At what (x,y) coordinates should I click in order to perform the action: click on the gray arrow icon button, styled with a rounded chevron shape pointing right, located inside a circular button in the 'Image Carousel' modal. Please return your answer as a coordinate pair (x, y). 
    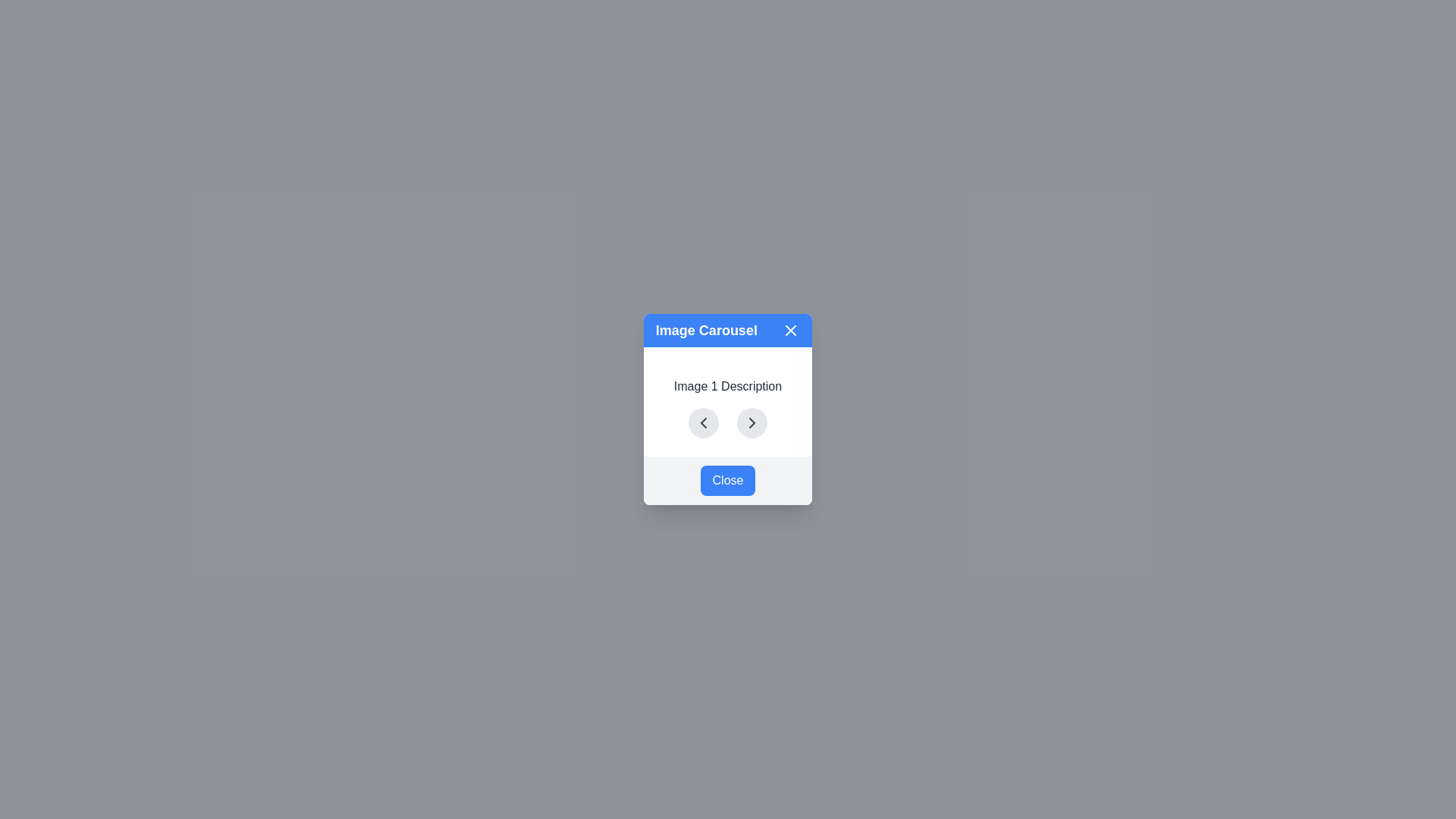
    Looking at the image, I should click on (752, 423).